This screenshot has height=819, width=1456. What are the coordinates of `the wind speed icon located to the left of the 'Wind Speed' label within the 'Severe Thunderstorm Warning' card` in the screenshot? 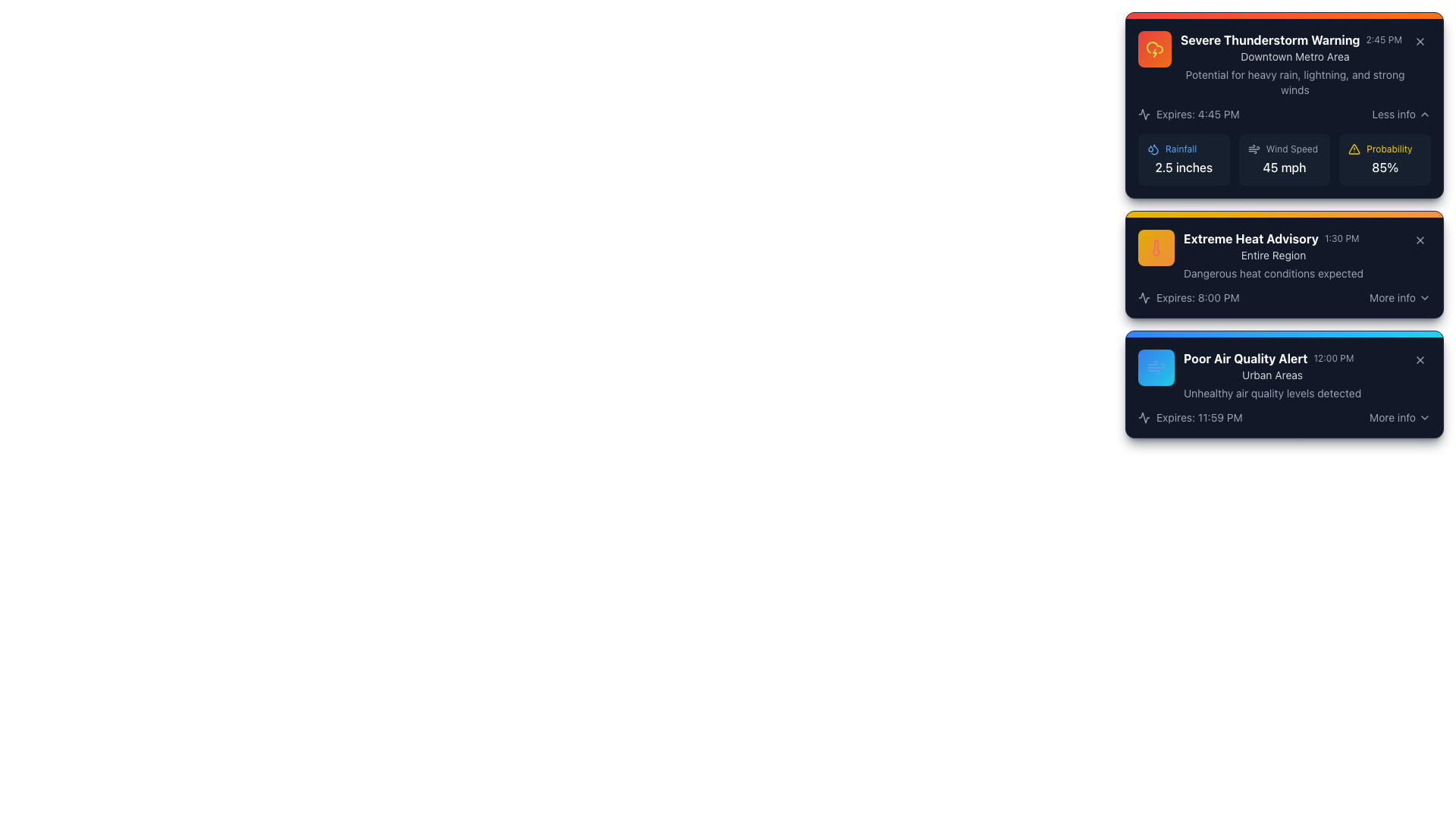 It's located at (1254, 149).